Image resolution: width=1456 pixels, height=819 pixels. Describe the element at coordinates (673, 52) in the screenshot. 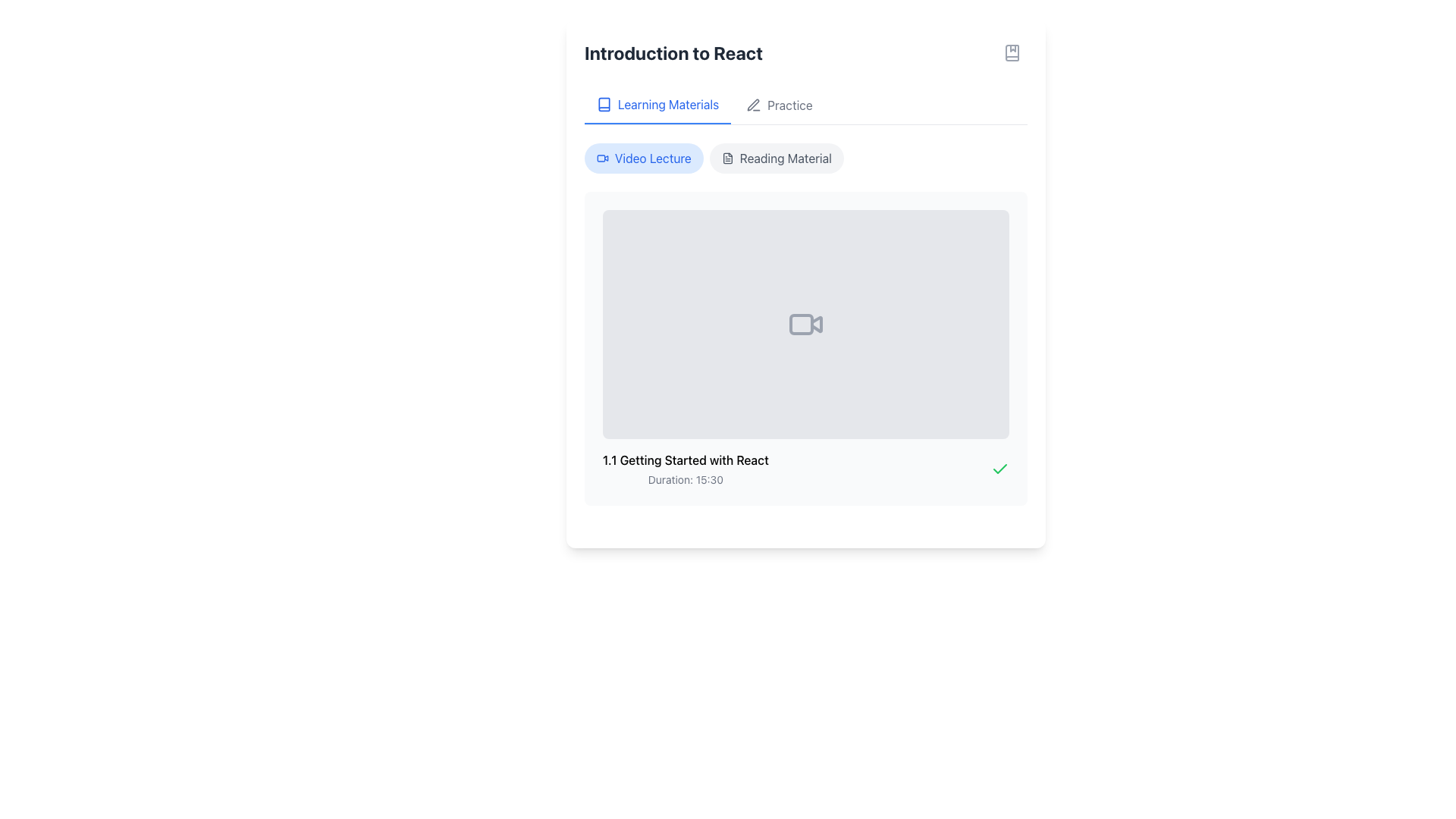

I see `bold text label displaying 'Introduction to React' at the top-left of the section` at that location.